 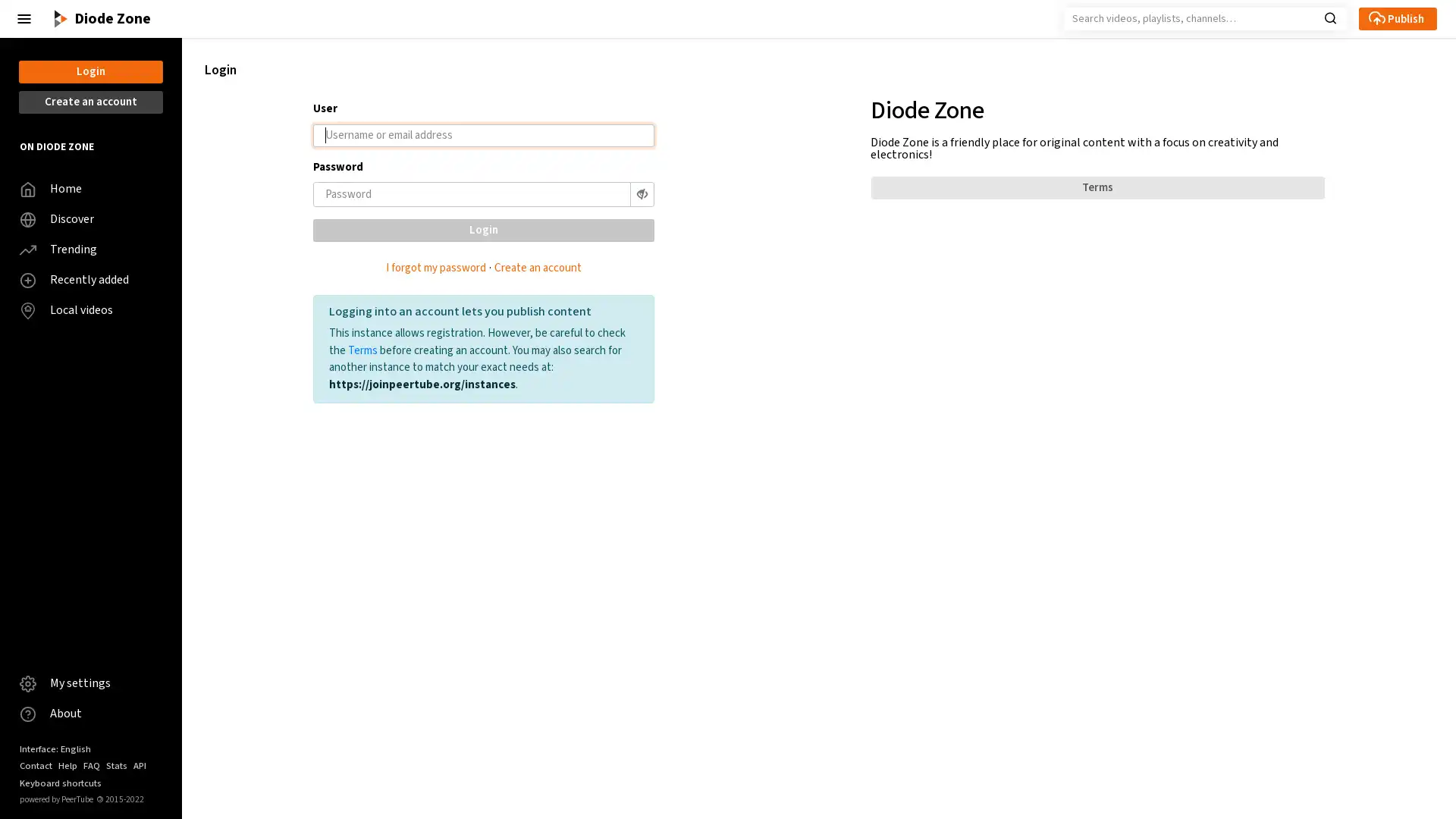 I want to click on I forgot my password, so click(x=435, y=267).